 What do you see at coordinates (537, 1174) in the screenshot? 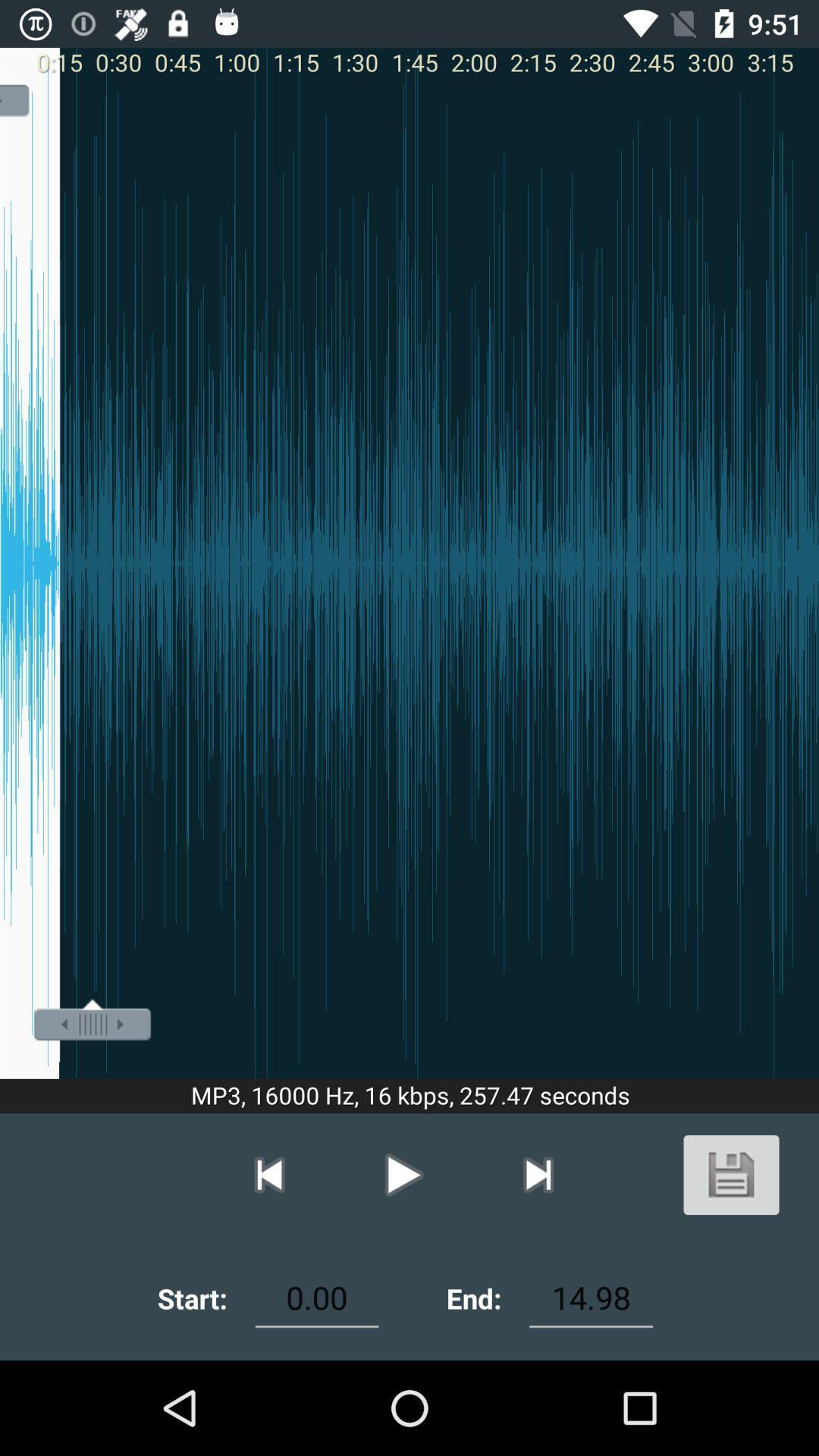
I see `the button on left of play button` at bounding box center [537, 1174].